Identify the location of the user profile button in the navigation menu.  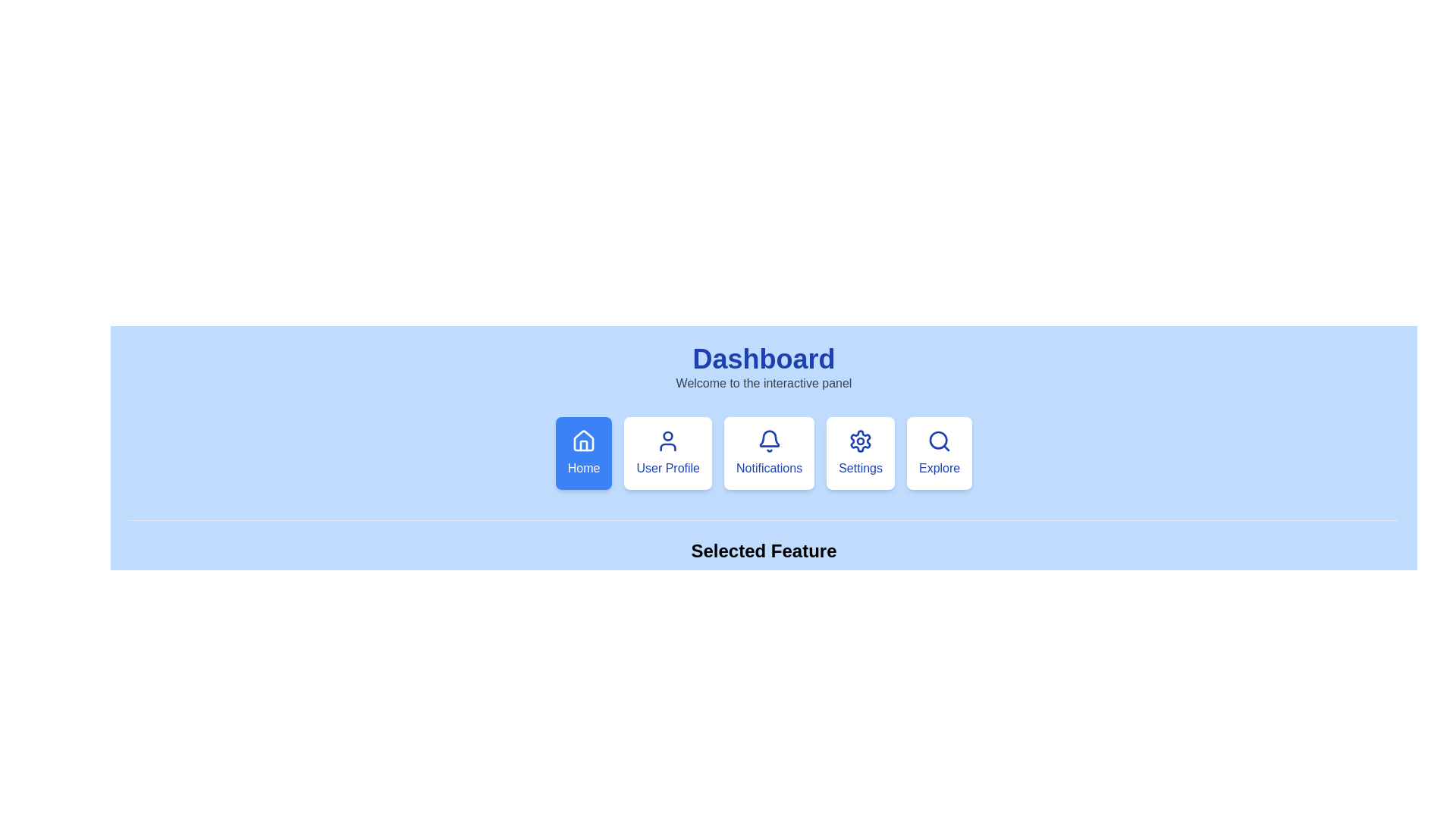
(667, 452).